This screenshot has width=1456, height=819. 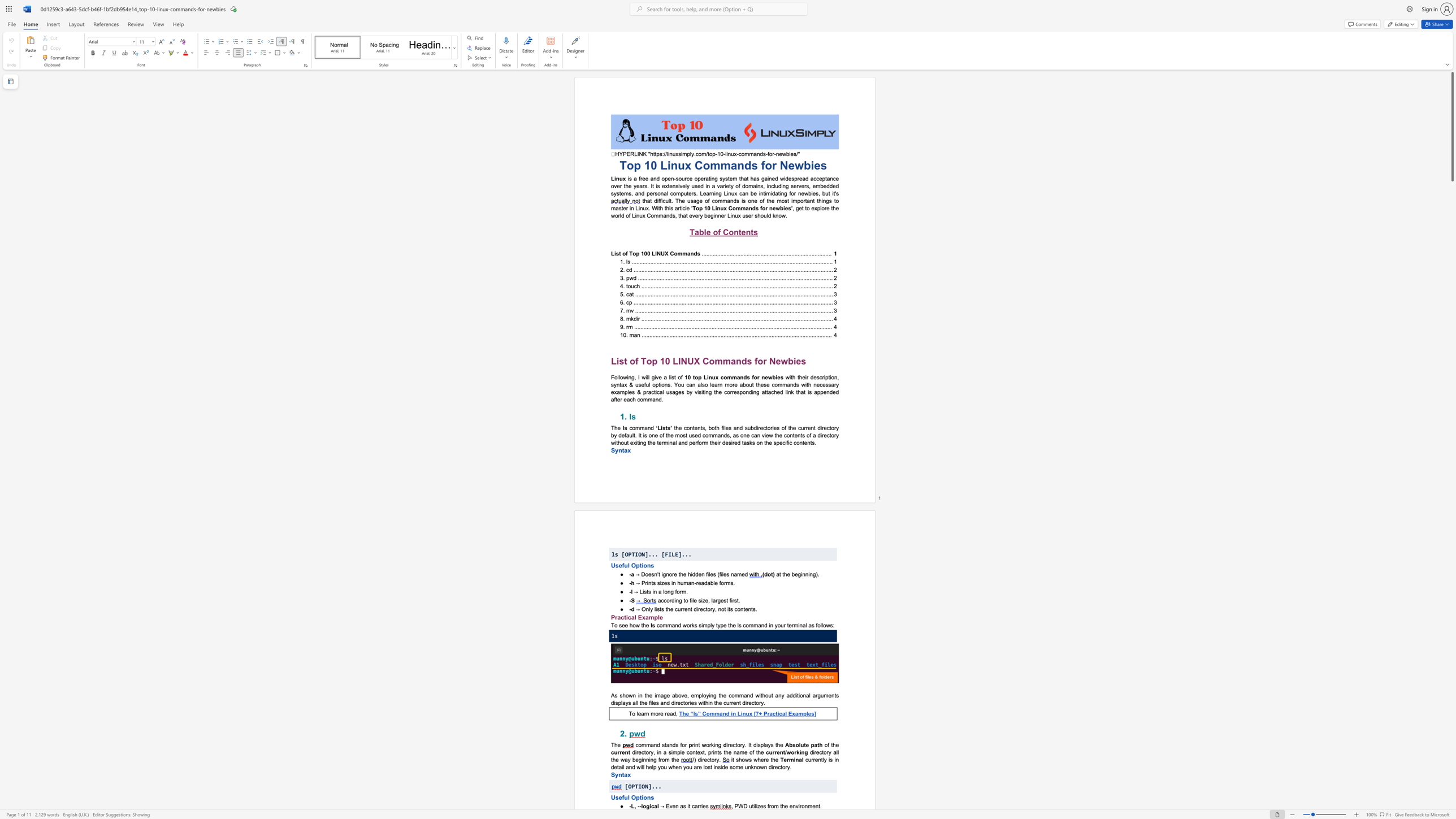 What do you see at coordinates (784, 153) in the screenshot?
I see `the 1th character "w" in the text` at bounding box center [784, 153].